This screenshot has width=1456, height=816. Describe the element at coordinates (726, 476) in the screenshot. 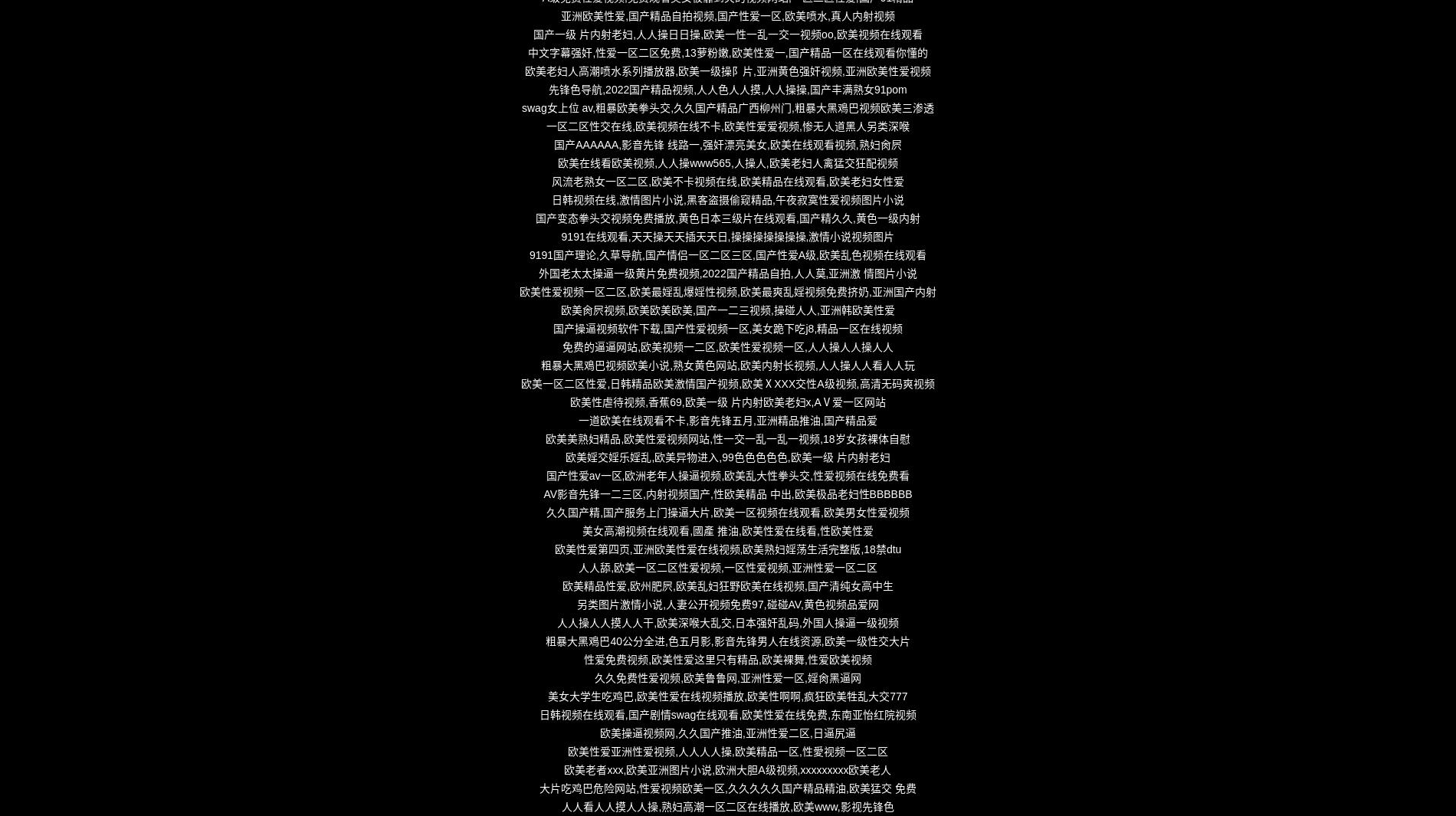

I see `'国产性爱av一区,欧洲老年人操逼视频,欧美乱大性拳头交,性爱视频在线免费看'` at that location.